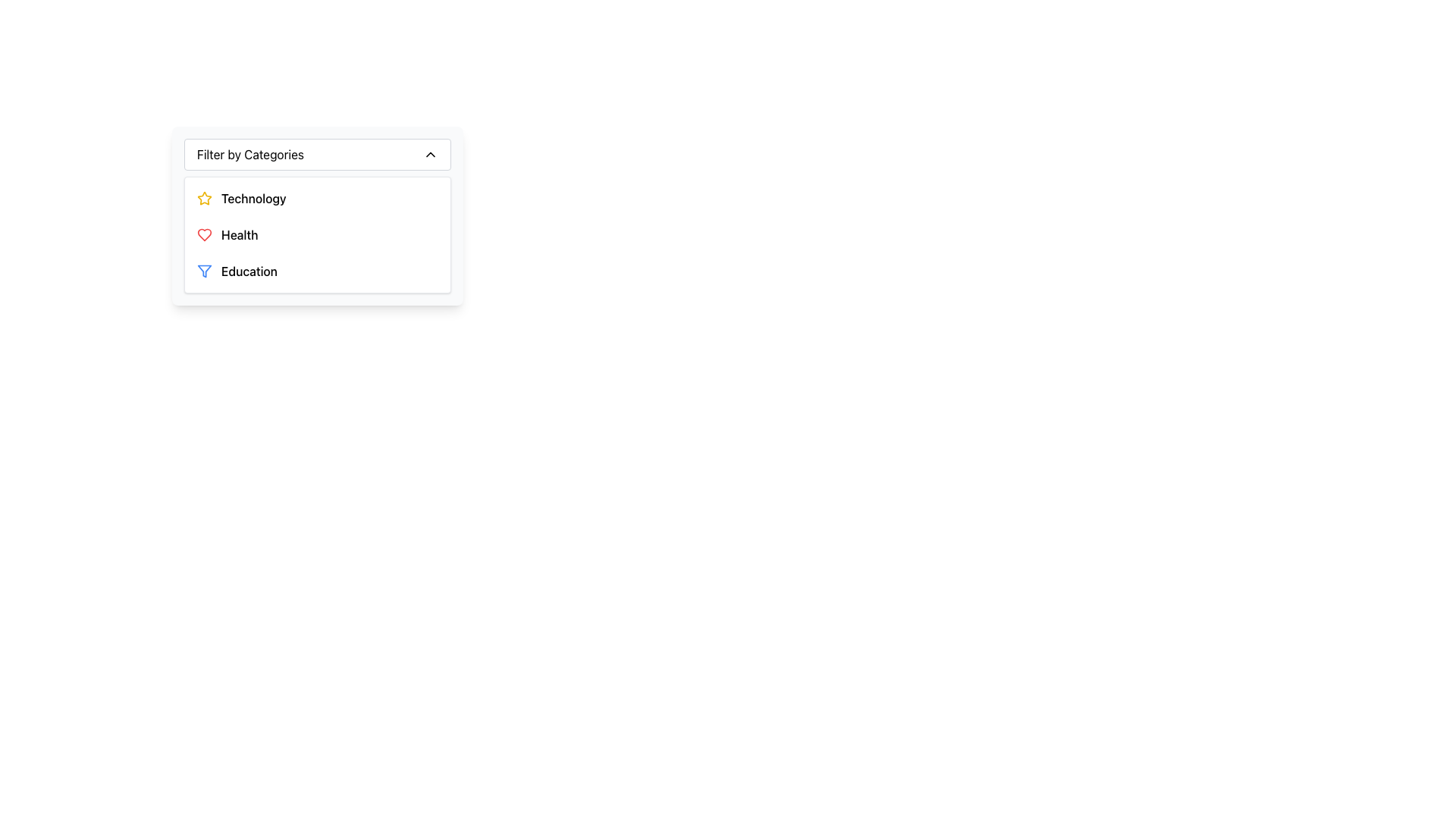 This screenshot has width=1456, height=819. Describe the element at coordinates (203, 234) in the screenshot. I see `the health category selection icon located to the left of the word 'Health' in the second item of the 'Filter by Categories' dropdown list` at that location.